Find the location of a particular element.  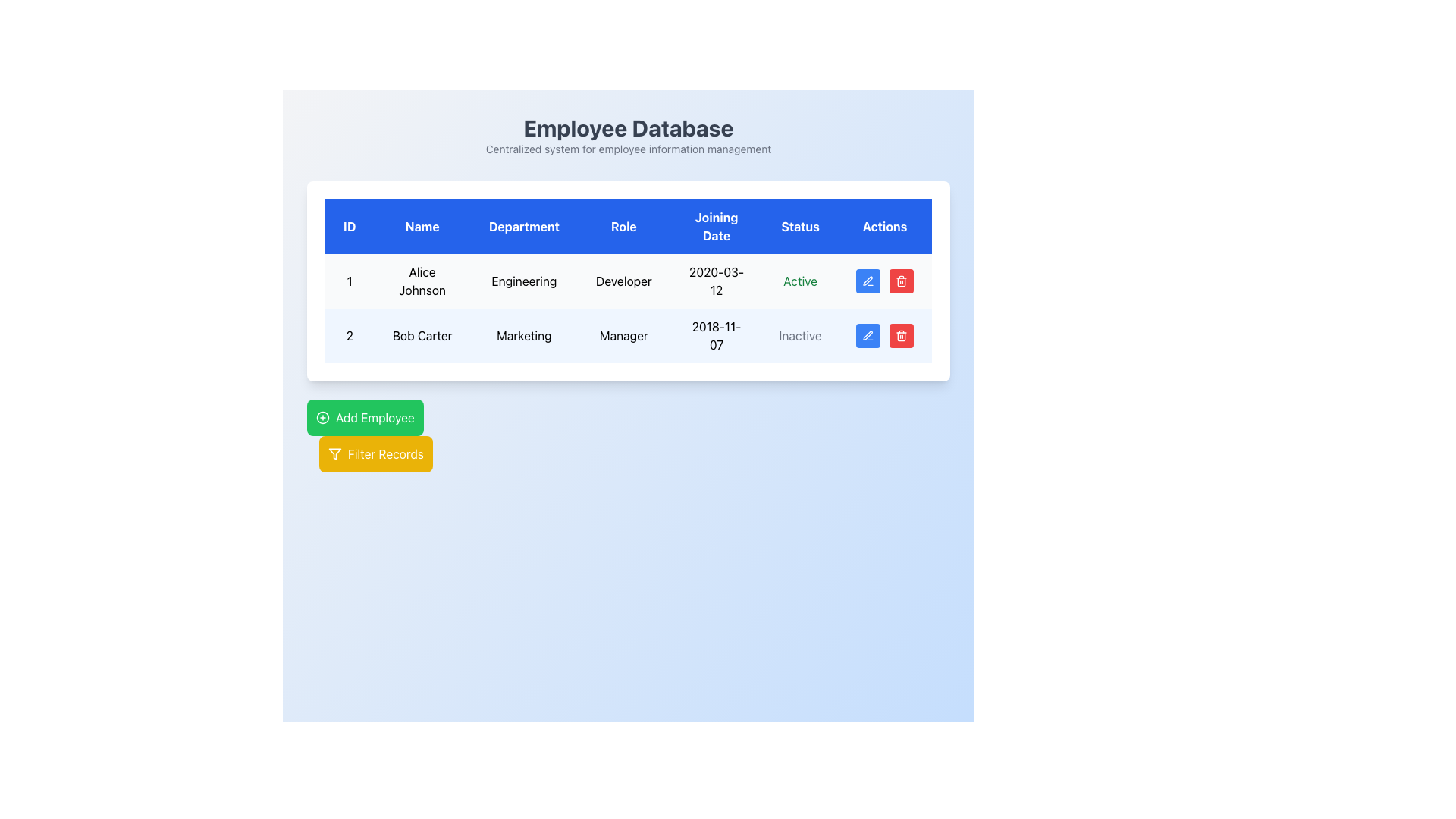

the Text label indicating the unique identifier for the corresponding employee in the second row of the Employee Database table is located at coordinates (349, 335).